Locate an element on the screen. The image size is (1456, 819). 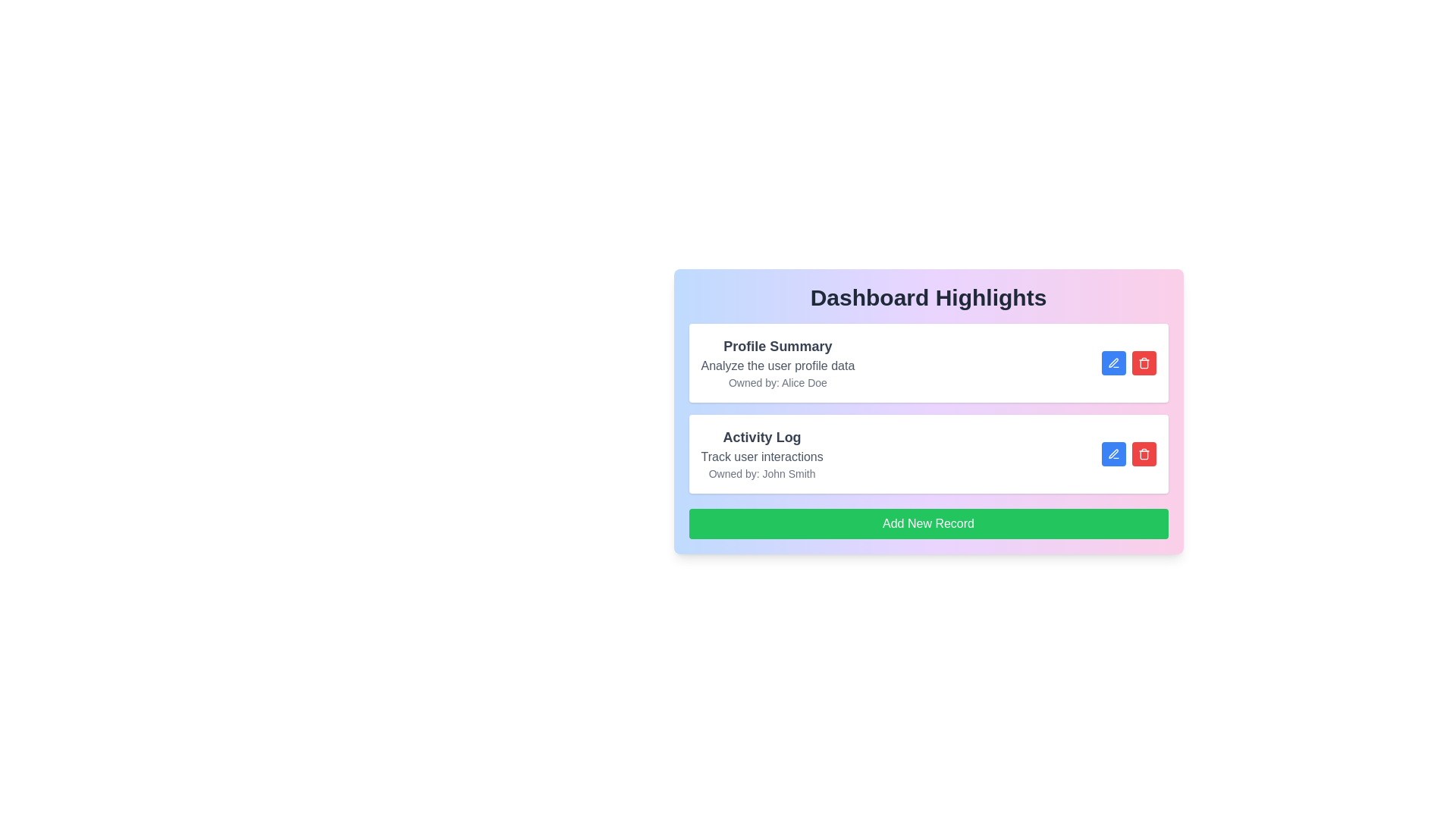
the Edit/pen icon button located in the Profile Summary section of the dashboard highlights card is located at coordinates (1113, 362).